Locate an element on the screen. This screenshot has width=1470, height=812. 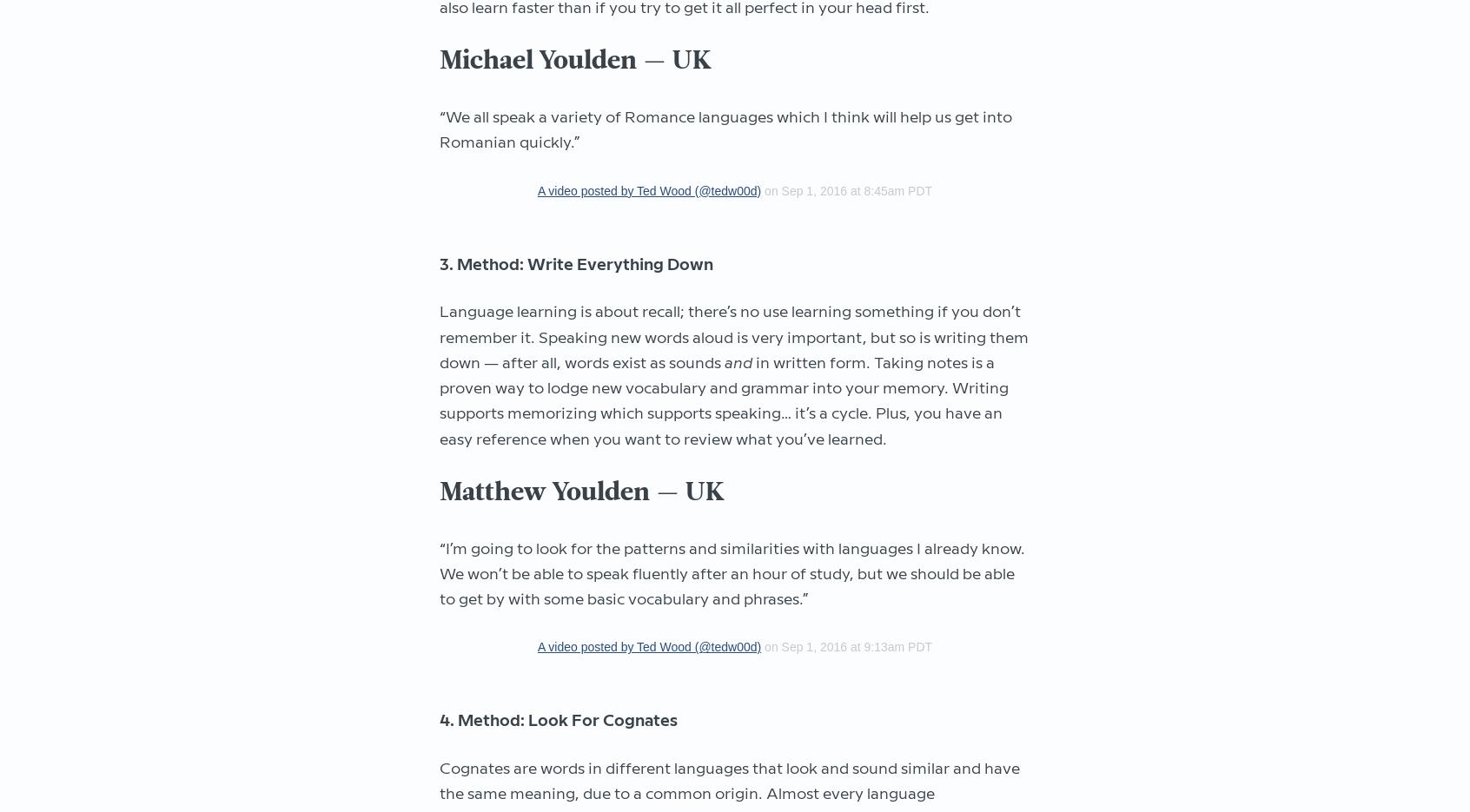
'3. Method: Write Everything Down' is located at coordinates (576, 264).